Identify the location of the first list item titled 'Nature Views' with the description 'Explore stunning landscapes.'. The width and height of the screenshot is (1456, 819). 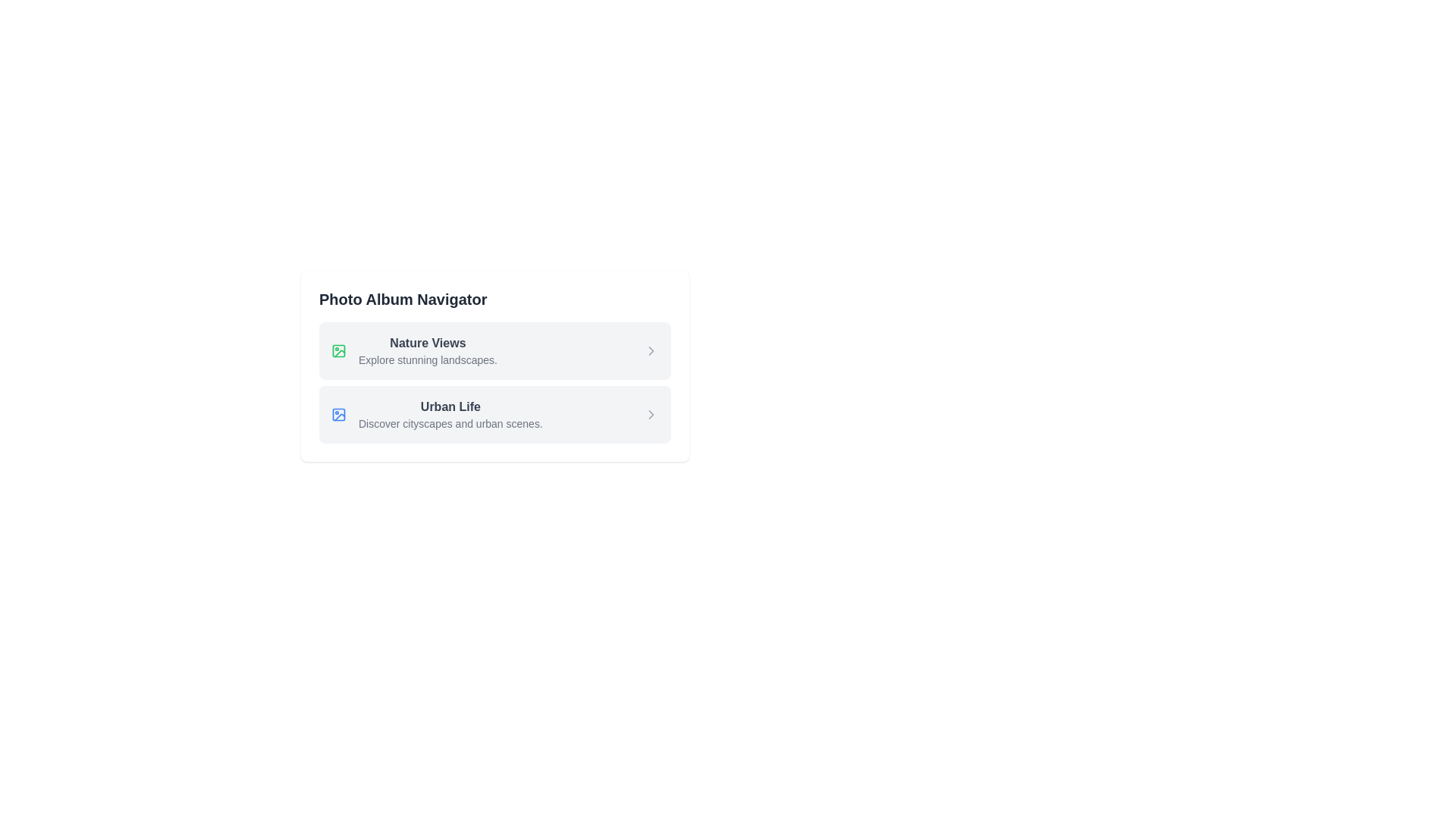
(427, 350).